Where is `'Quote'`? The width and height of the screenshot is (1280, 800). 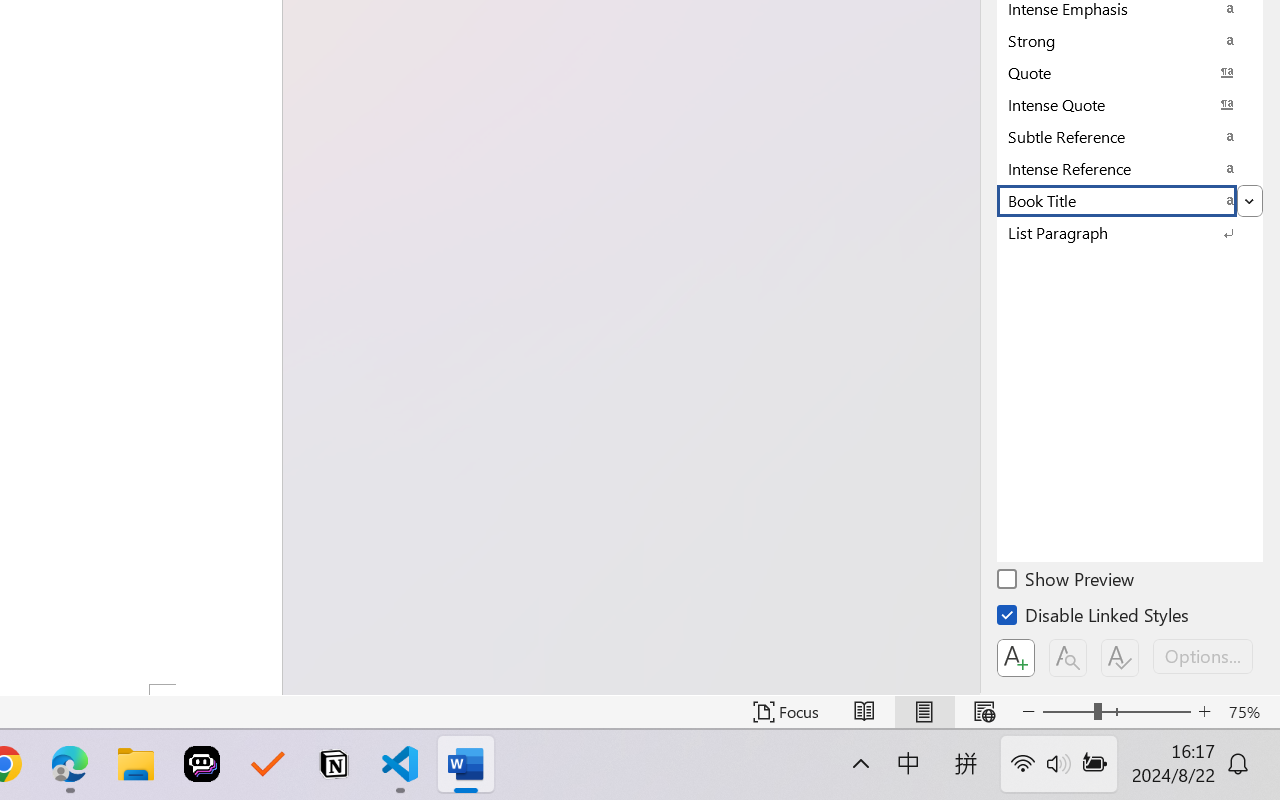 'Quote' is located at coordinates (1130, 72).